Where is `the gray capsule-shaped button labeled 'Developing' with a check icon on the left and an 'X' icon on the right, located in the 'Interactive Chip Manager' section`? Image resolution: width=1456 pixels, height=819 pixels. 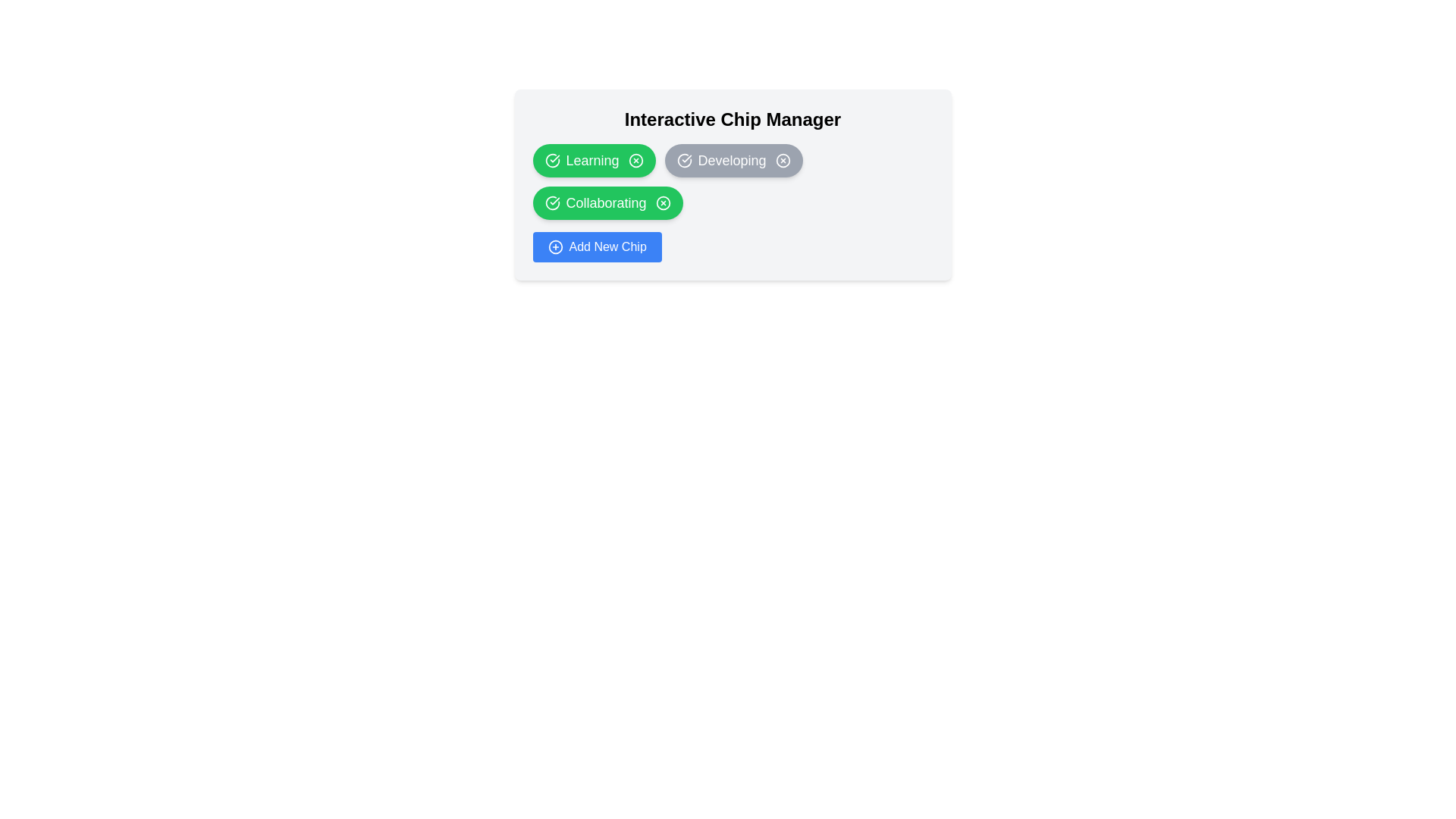 the gray capsule-shaped button labeled 'Developing' with a check icon on the left and an 'X' icon on the right, located in the 'Interactive Chip Manager' section is located at coordinates (733, 161).